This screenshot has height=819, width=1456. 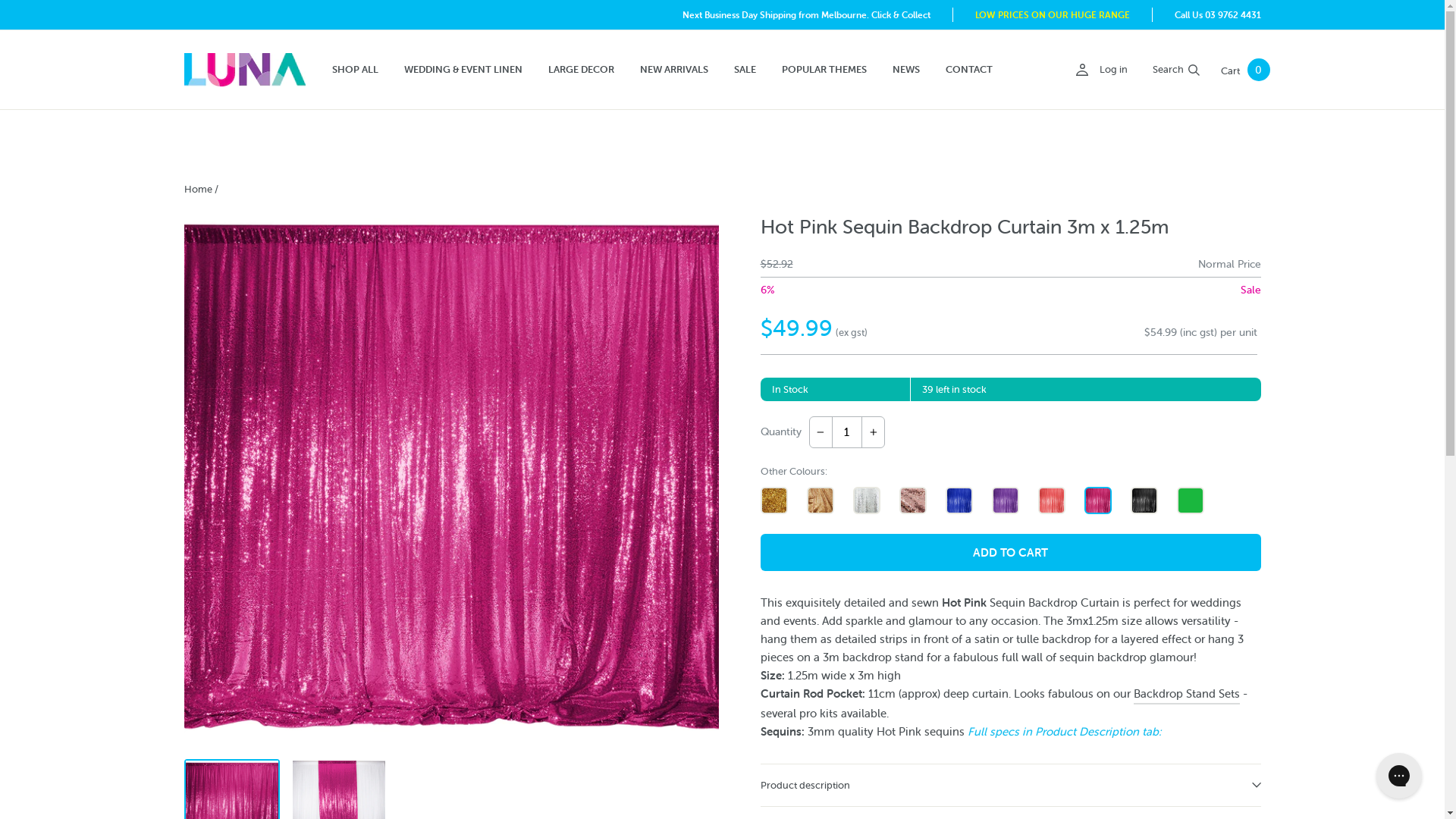 What do you see at coordinates (819, 500) in the screenshot?
I see `'Sequin Antique Gold'` at bounding box center [819, 500].